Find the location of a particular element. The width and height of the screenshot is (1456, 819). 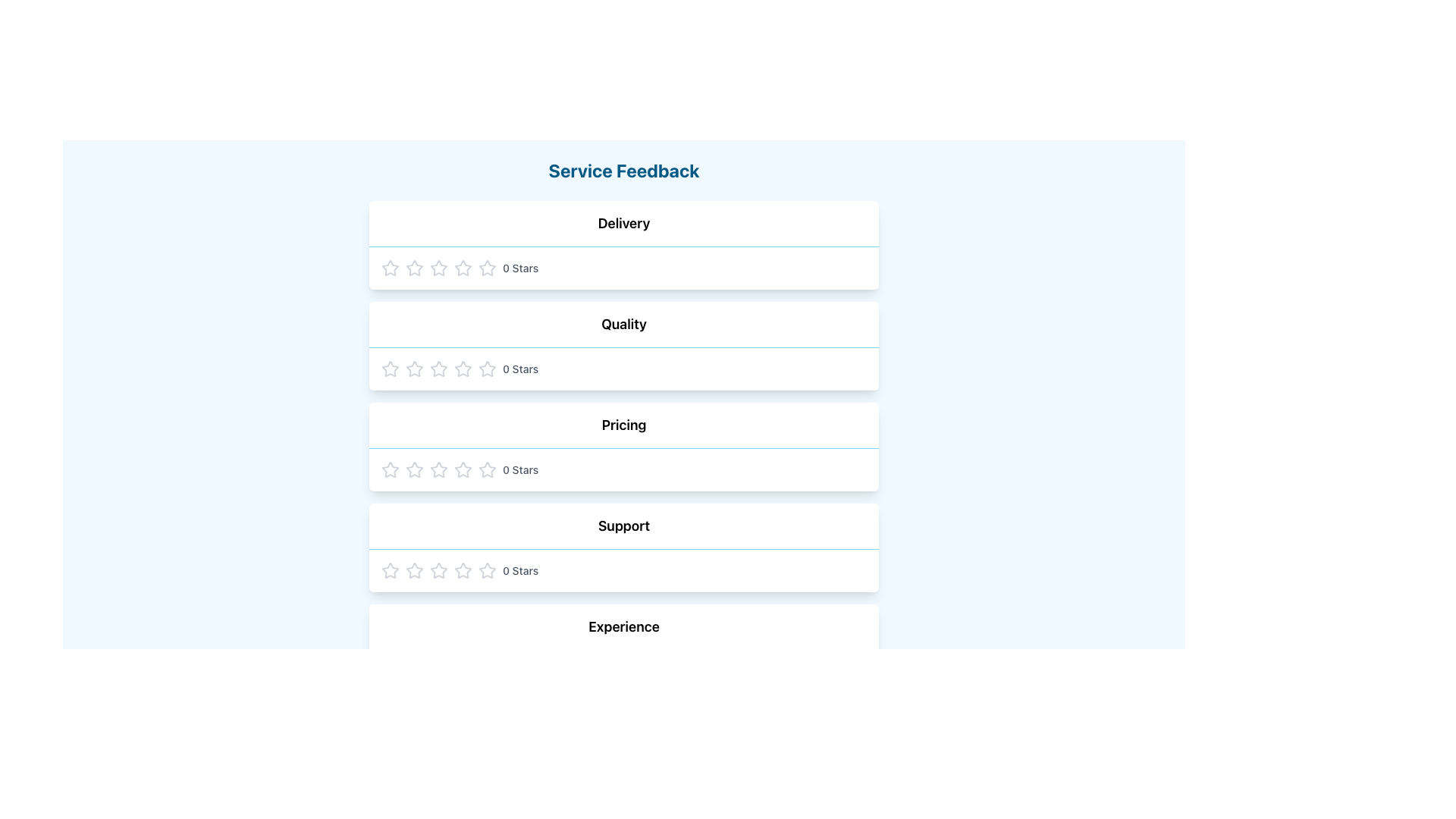

the sixth star-shaped rating icon in the Quality section is located at coordinates (462, 369).